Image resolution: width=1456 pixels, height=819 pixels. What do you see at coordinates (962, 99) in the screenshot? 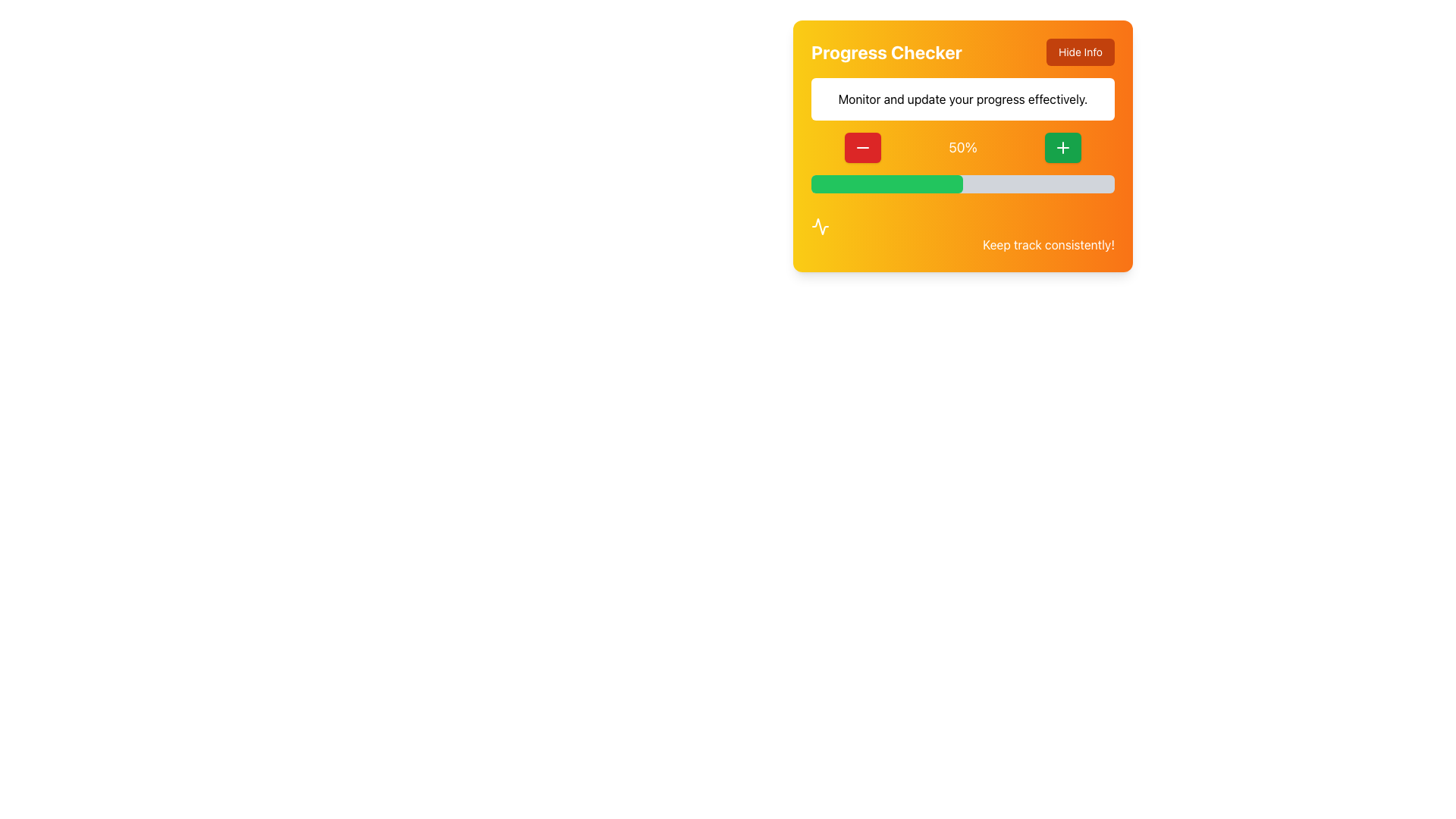
I see `the static informative text block containing the message 'Monitor and update your progress effectively.' which is styled in black and set against a white background, located beneath the title 'Progress Checker'` at bounding box center [962, 99].